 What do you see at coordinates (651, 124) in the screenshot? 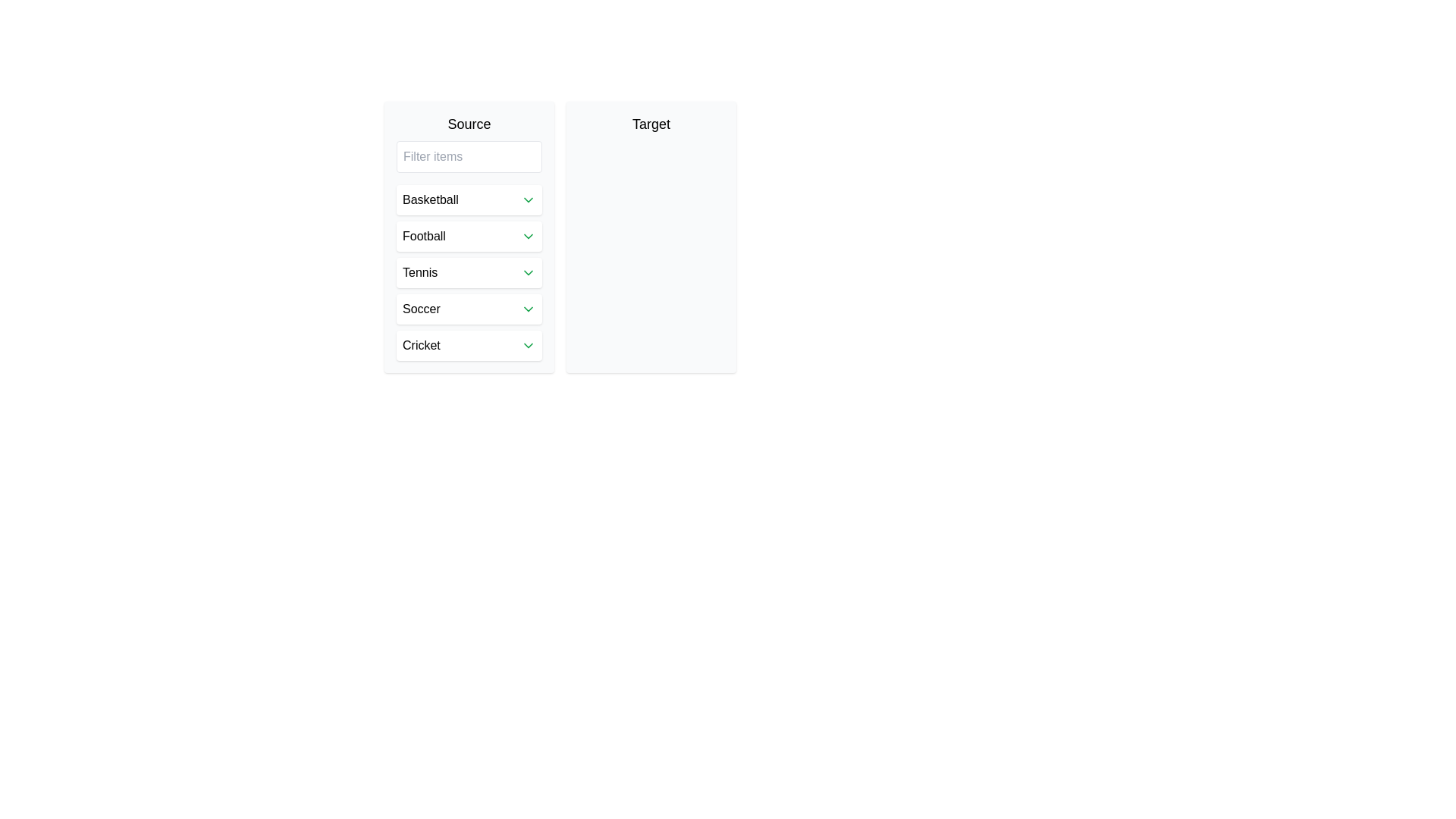
I see `the 'Target' label, which displays the word 'Target' in medium bold font, located in the second column adjacent to 'Source'` at bounding box center [651, 124].